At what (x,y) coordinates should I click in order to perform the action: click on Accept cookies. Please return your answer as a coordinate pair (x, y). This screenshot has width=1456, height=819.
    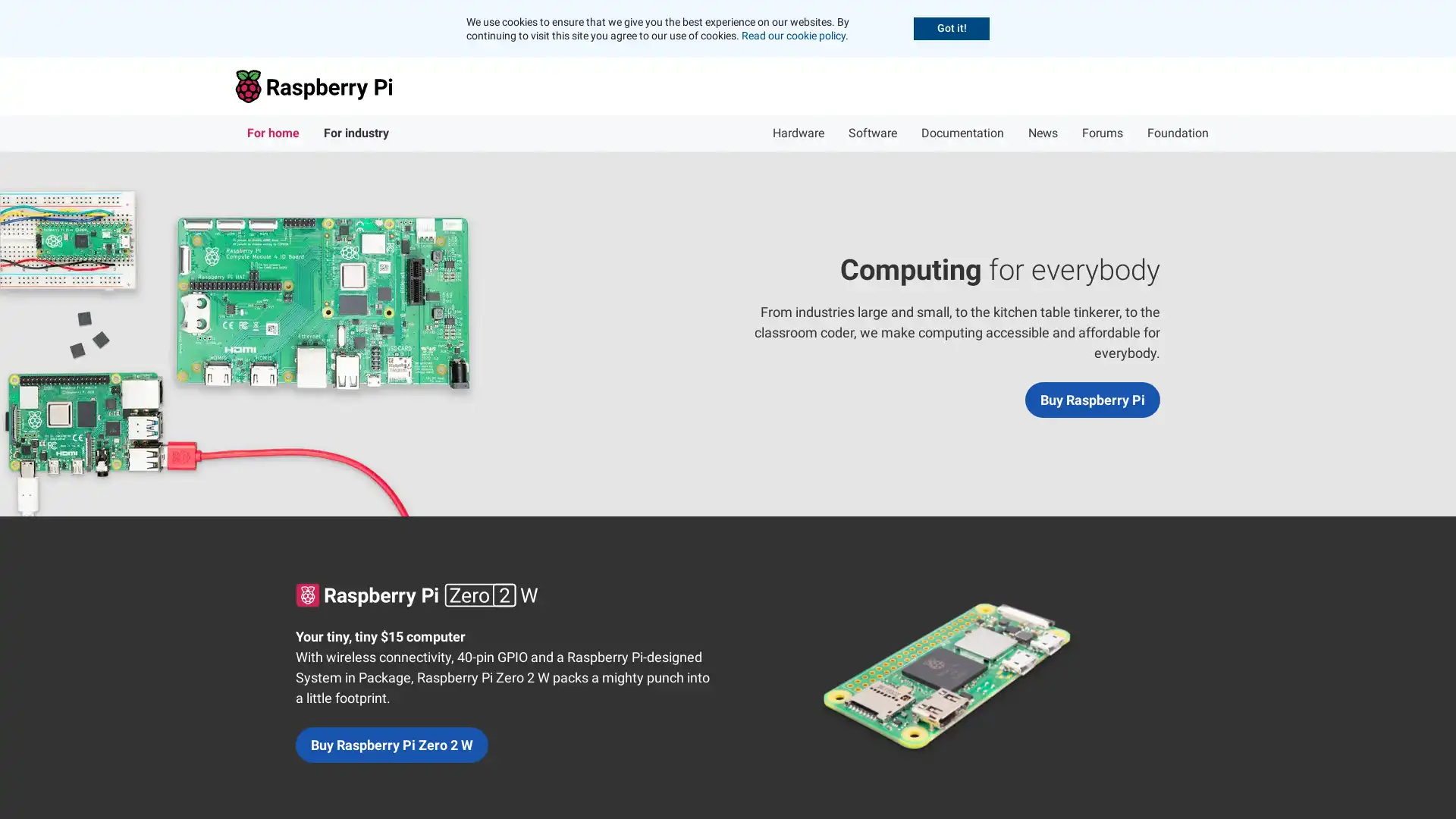
    Looking at the image, I should click on (950, 28).